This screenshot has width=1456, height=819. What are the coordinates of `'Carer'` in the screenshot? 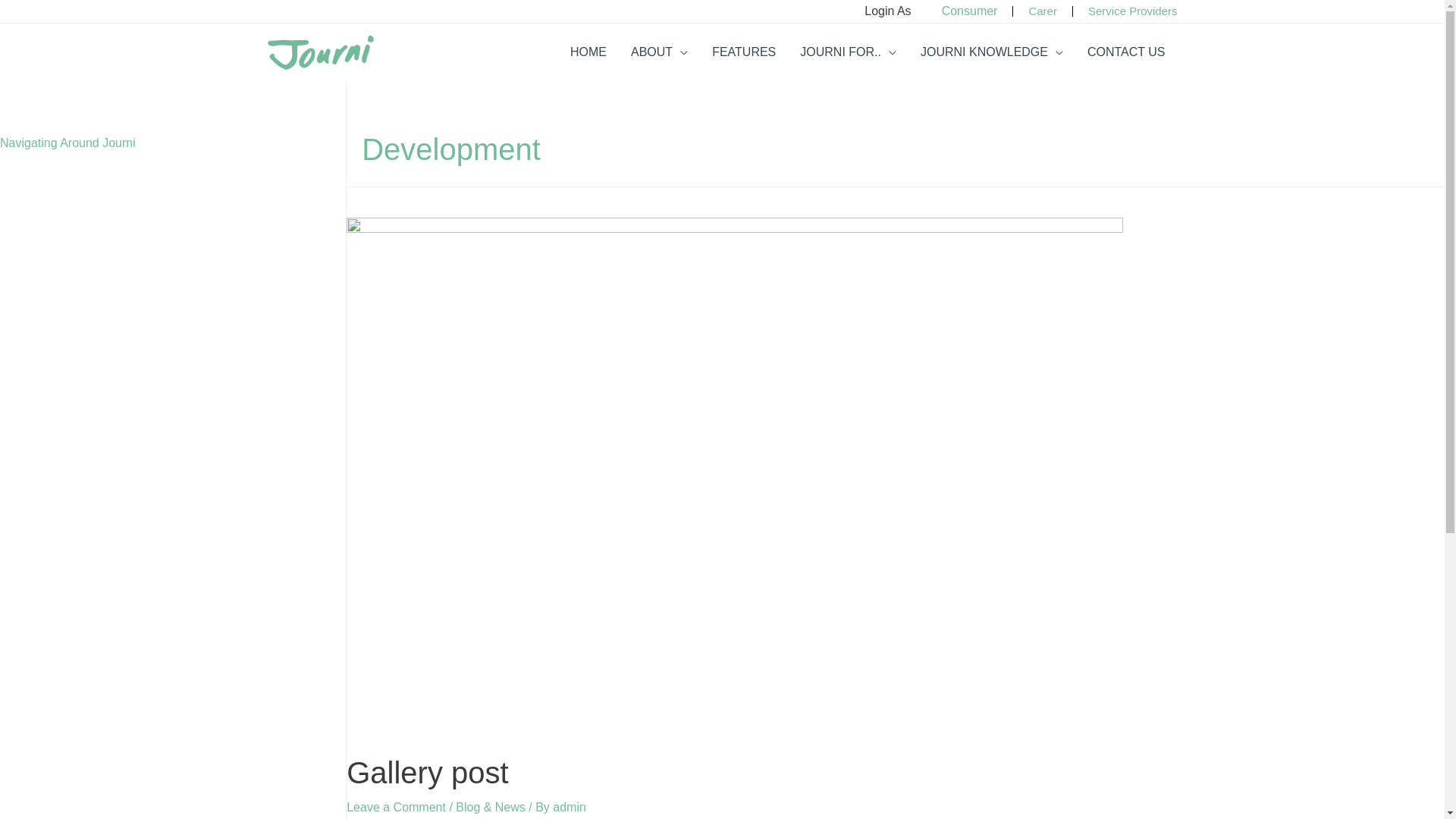 It's located at (1041, 11).